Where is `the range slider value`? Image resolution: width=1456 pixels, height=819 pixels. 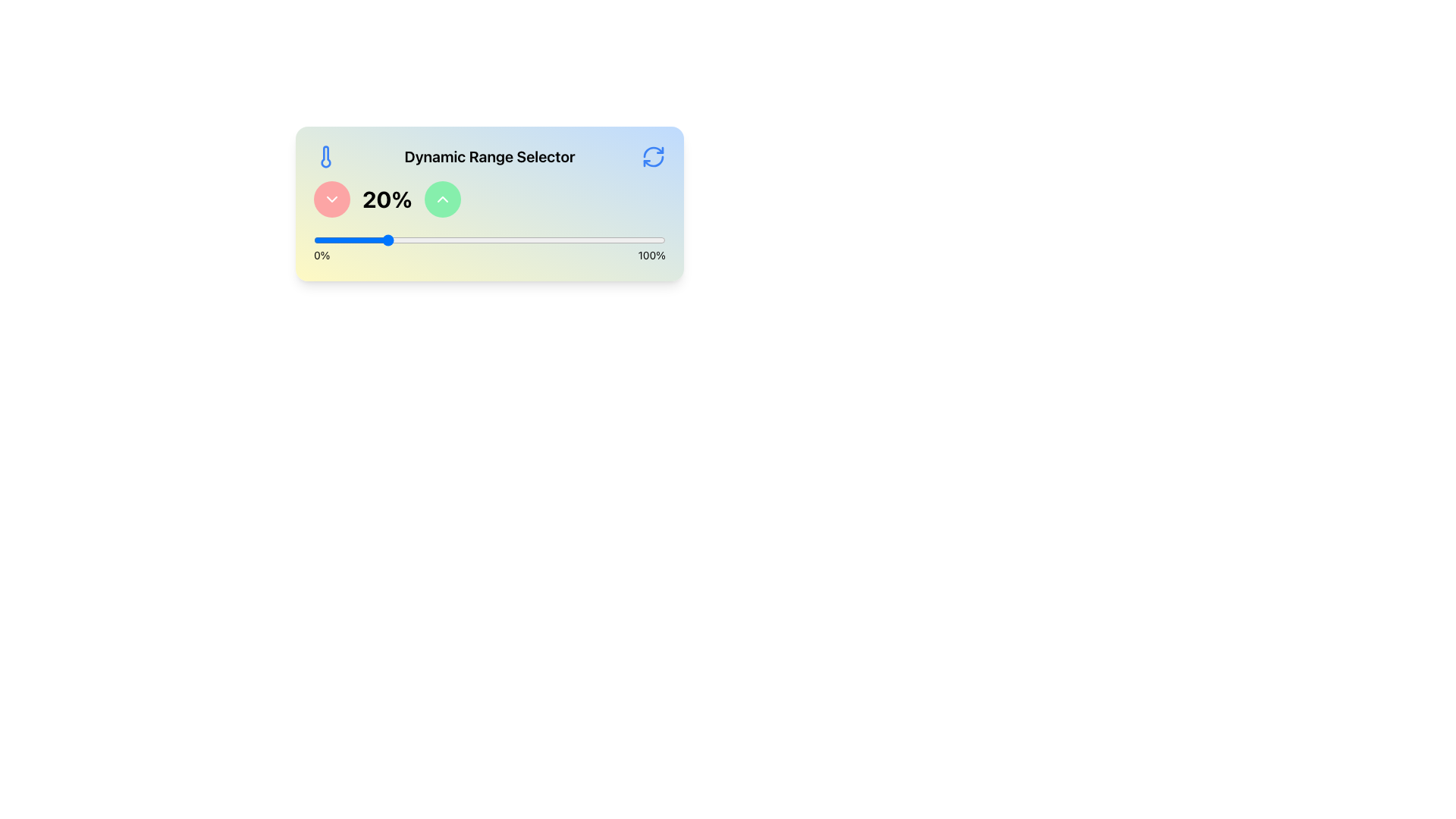
the range slider value is located at coordinates (605, 239).